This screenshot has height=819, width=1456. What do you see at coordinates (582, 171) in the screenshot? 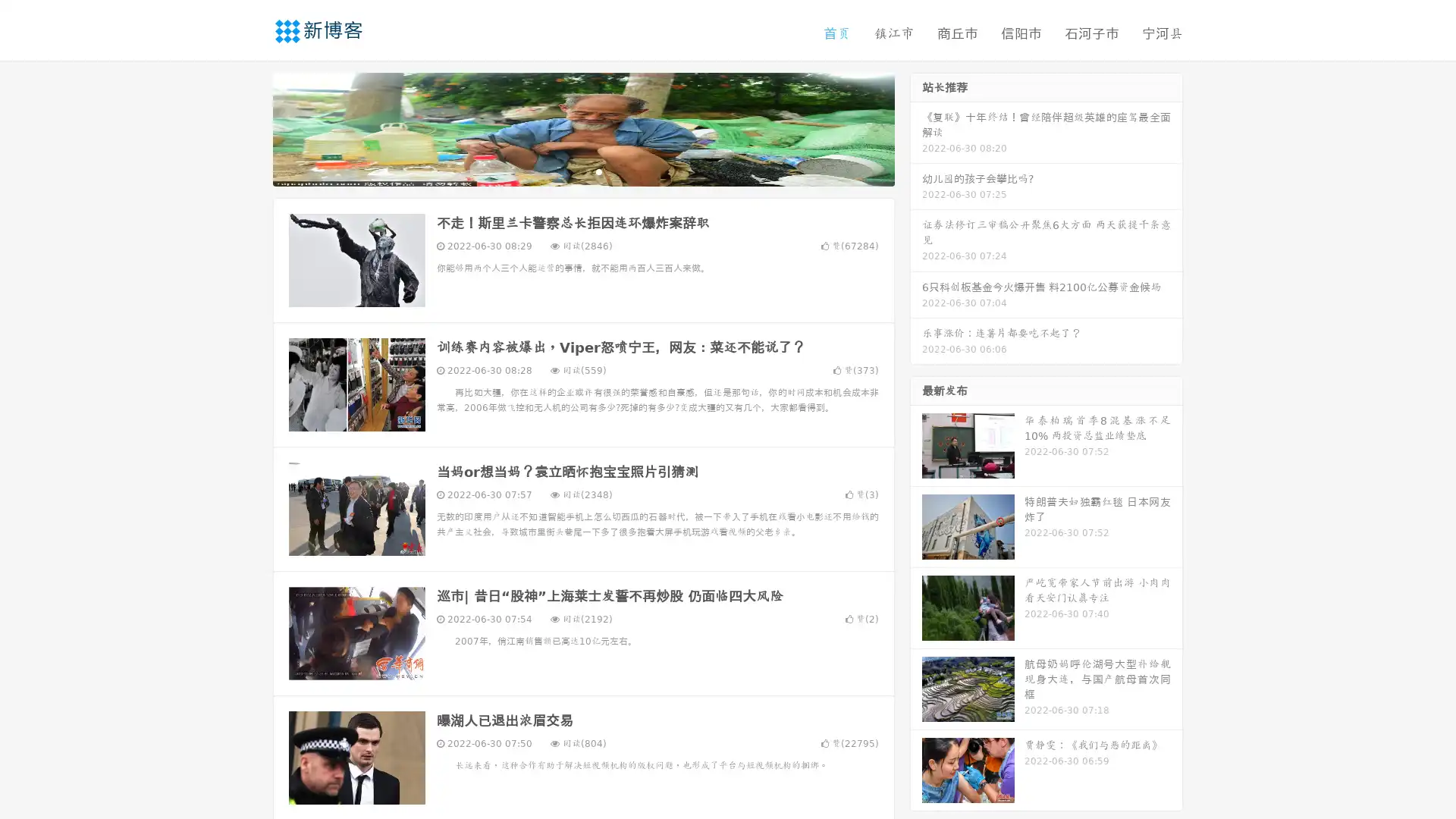
I see `Go to slide 2` at bounding box center [582, 171].